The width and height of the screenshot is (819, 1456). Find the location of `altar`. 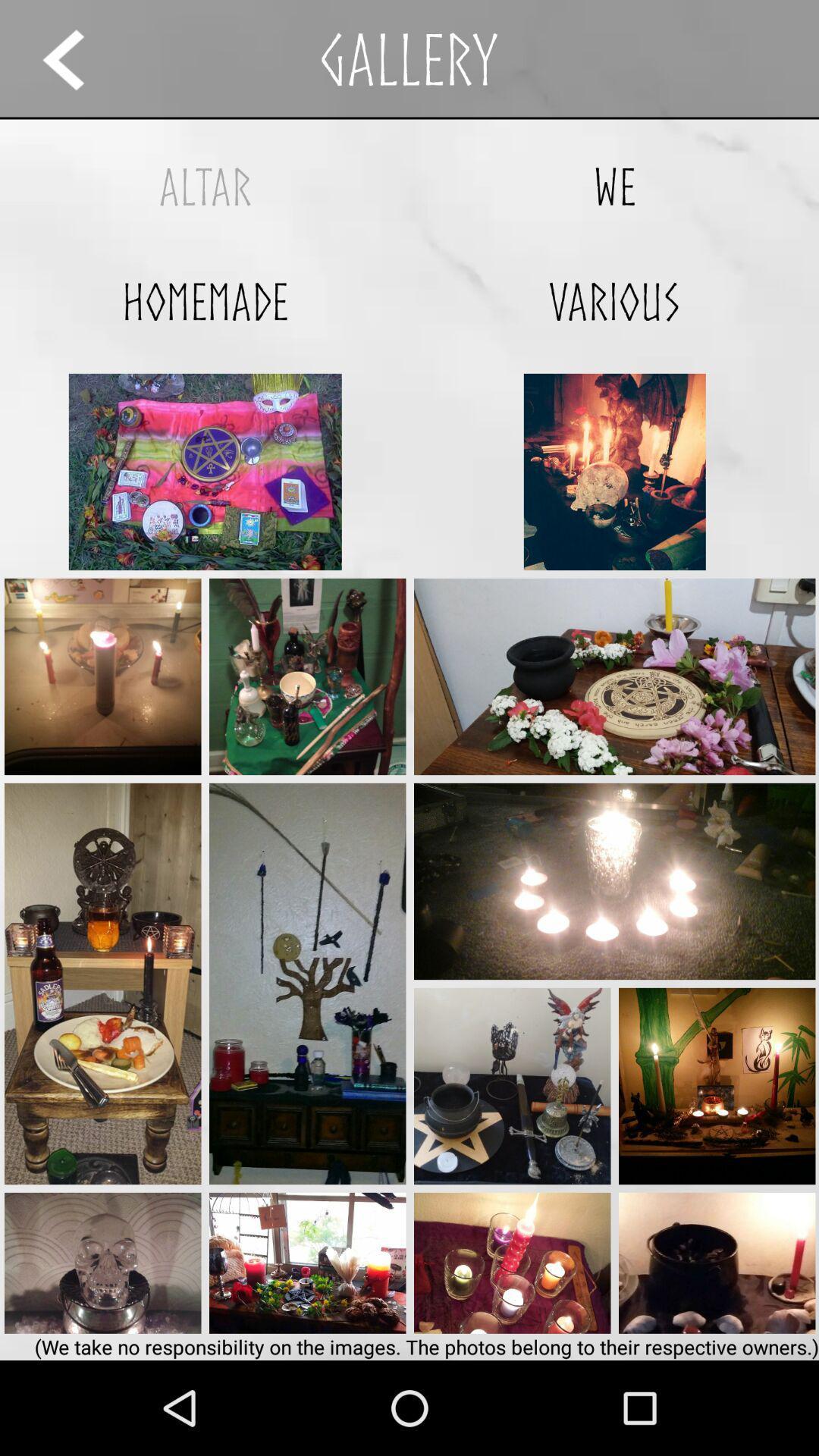

altar is located at coordinates (205, 186).